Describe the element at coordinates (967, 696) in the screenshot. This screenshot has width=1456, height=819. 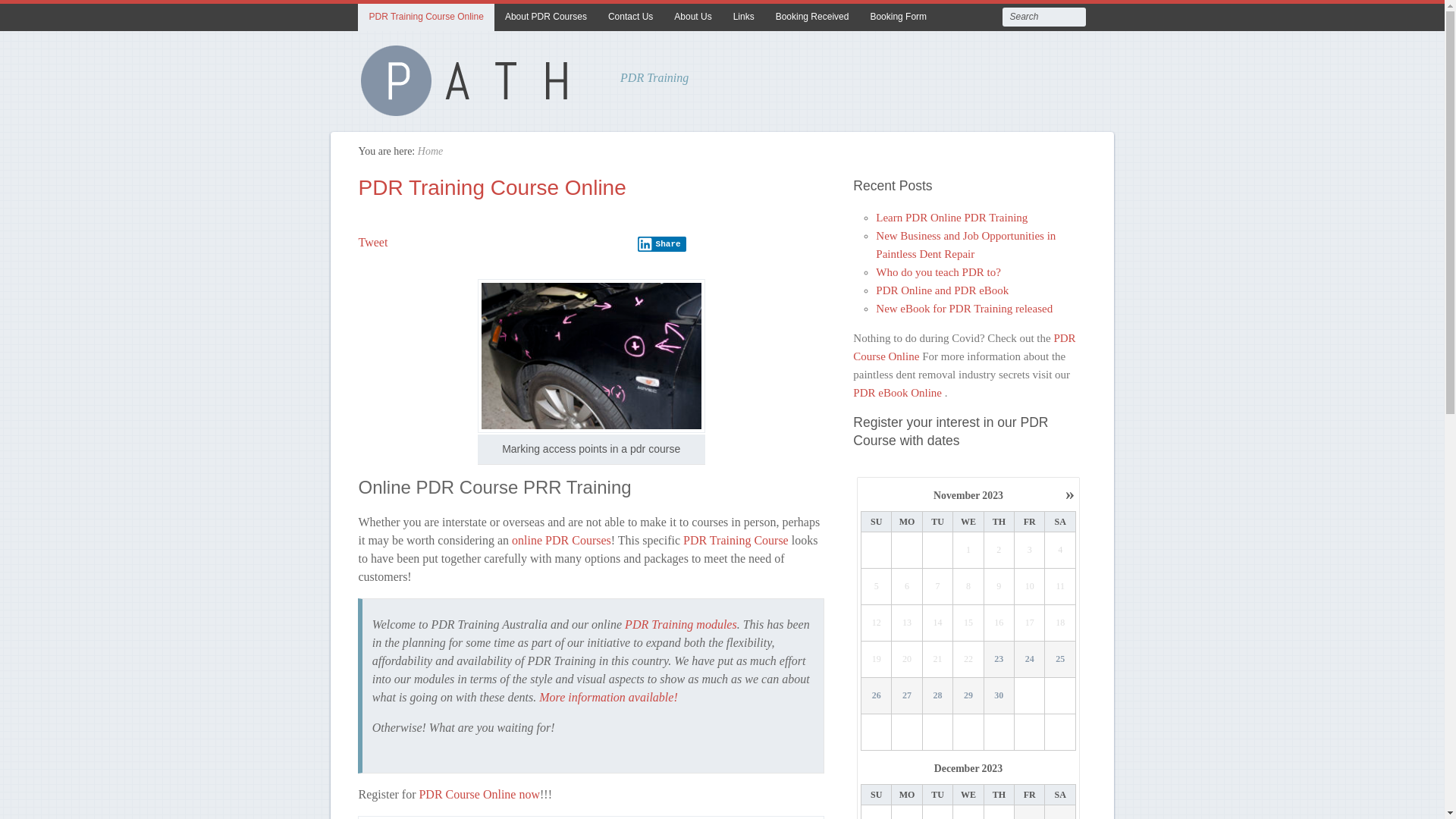
I see `'29'` at that location.